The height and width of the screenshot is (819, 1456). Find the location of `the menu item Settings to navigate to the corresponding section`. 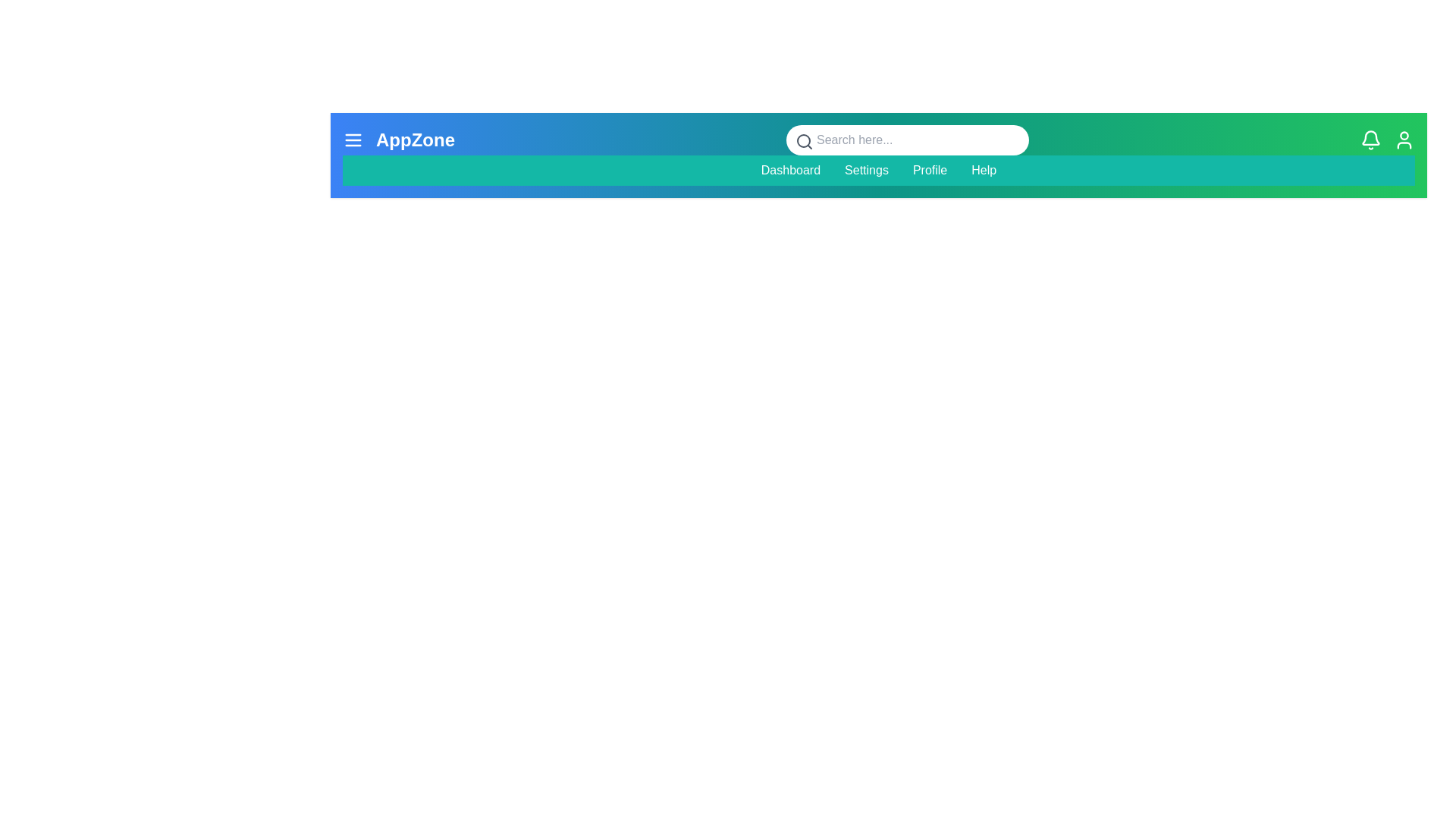

the menu item Settings to navigate to the corresponding section is located at coordinates (866, 170).